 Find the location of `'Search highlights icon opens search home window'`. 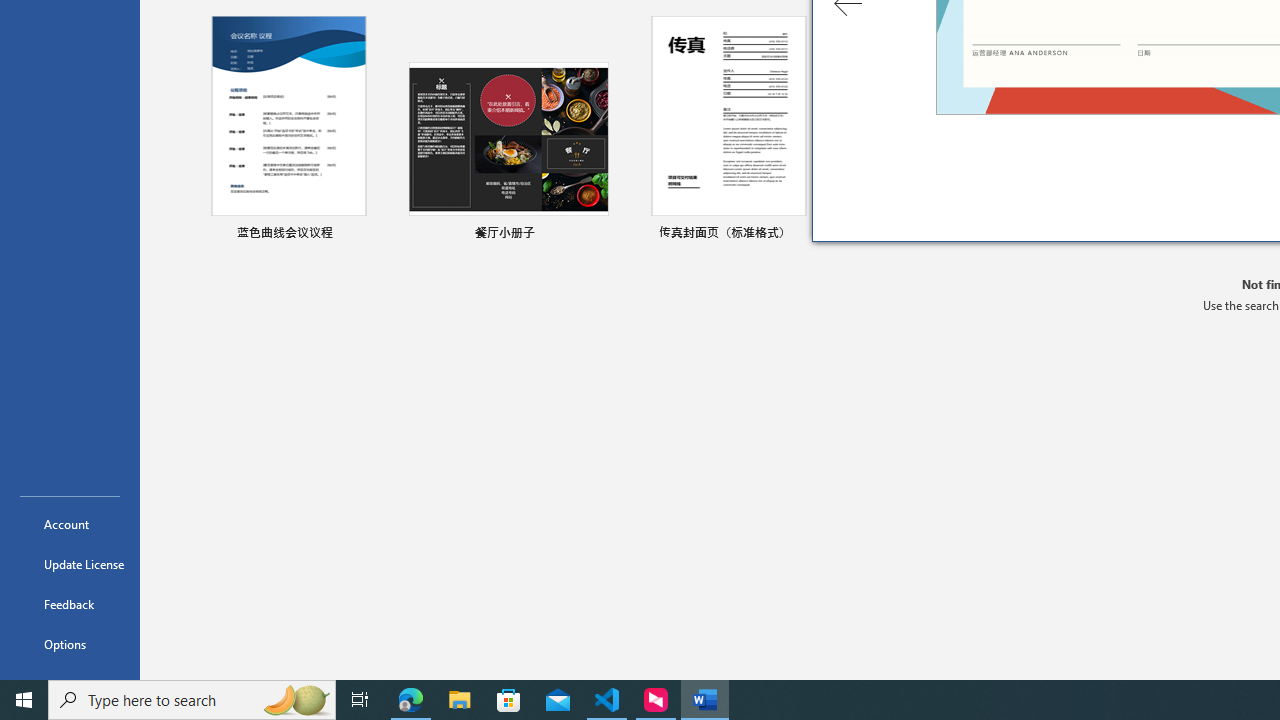

'Search highlights icon opens search home window' is located at coordinates (294, 698).